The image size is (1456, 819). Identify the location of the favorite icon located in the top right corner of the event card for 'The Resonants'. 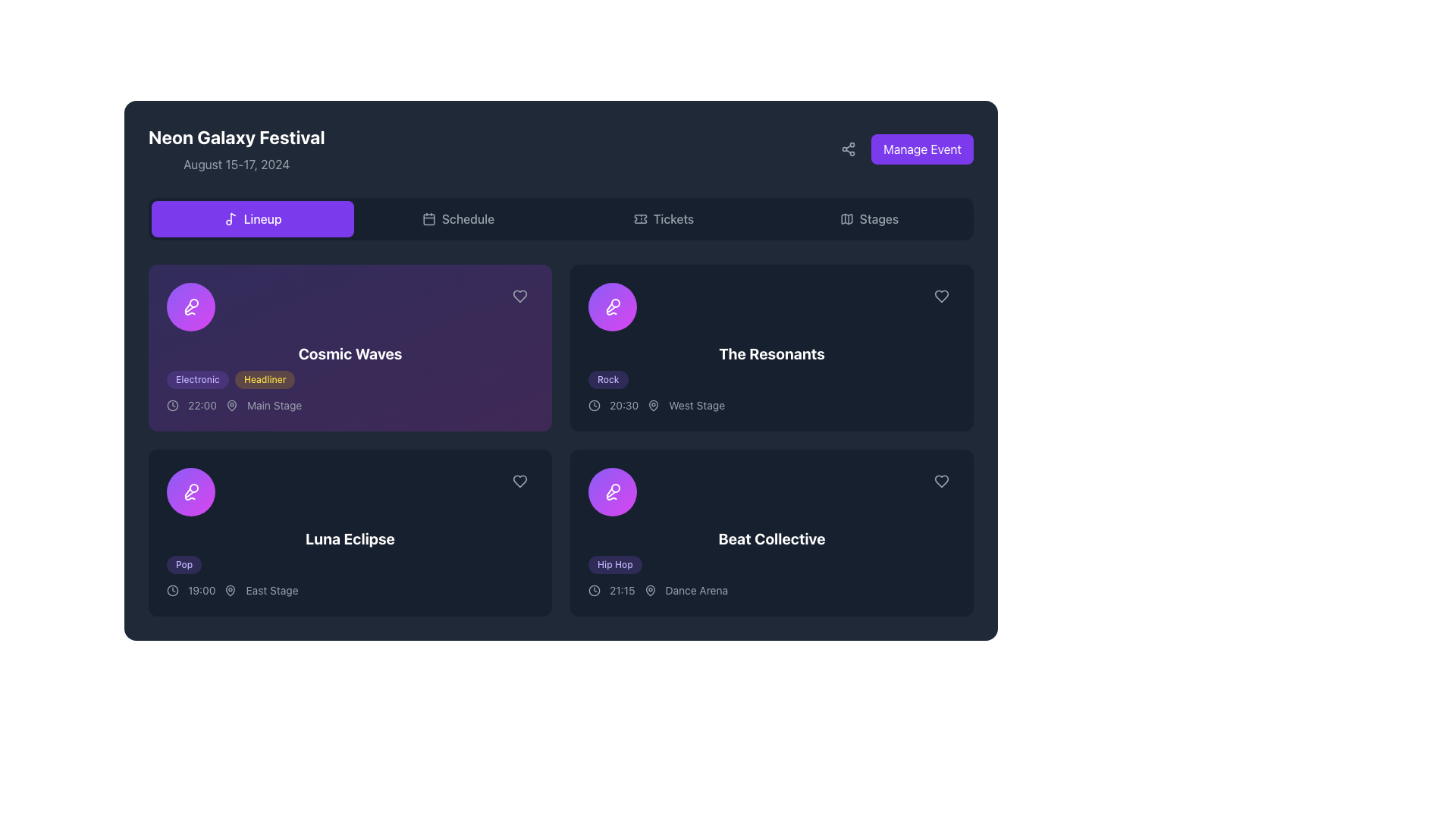
(941, 296).